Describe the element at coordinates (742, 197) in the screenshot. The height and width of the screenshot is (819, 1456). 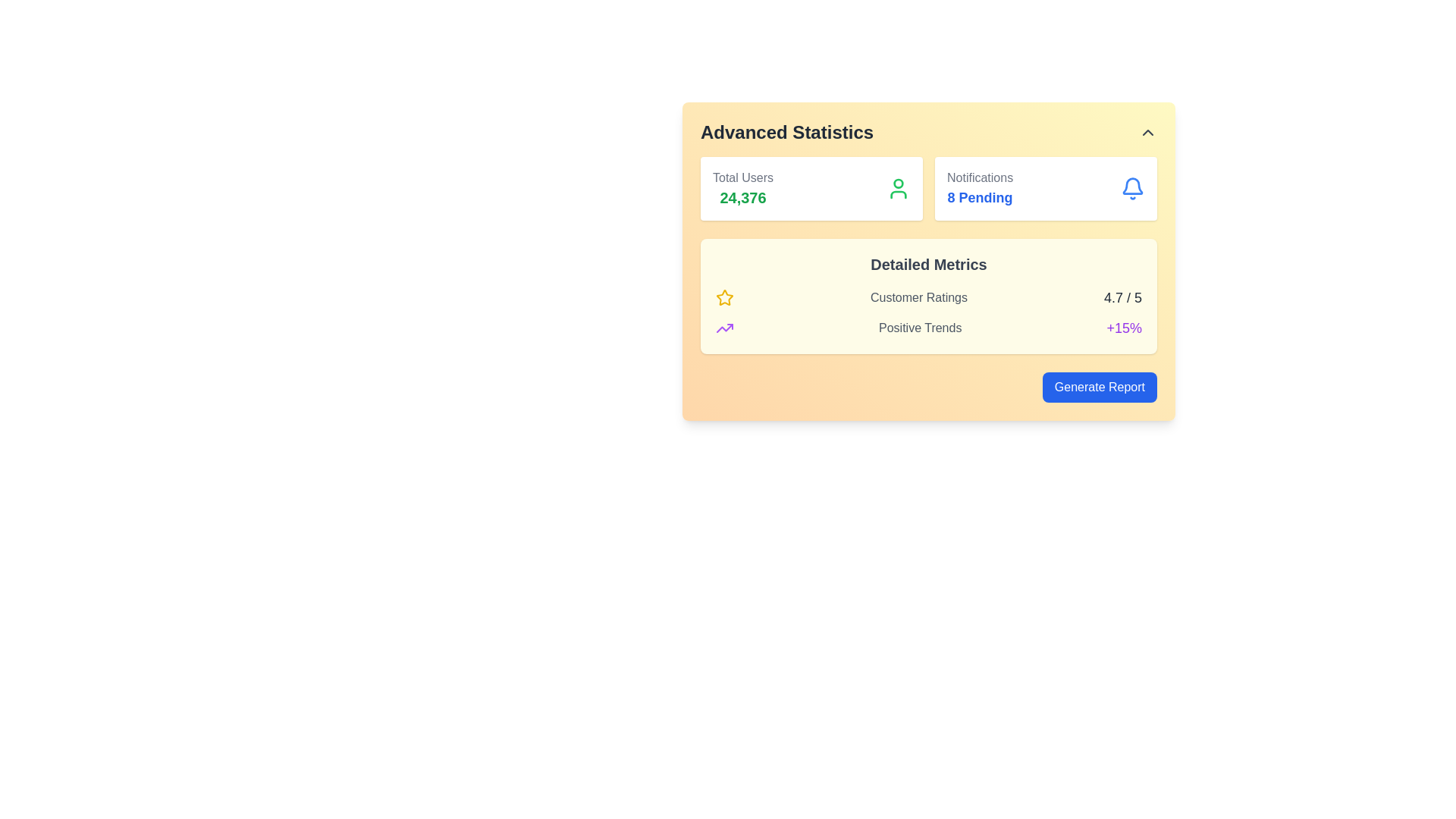
I see `the Text label displaying '24,376' in bold green styling, located under the 'Total Users' label on the right-hand side panel` at that location.